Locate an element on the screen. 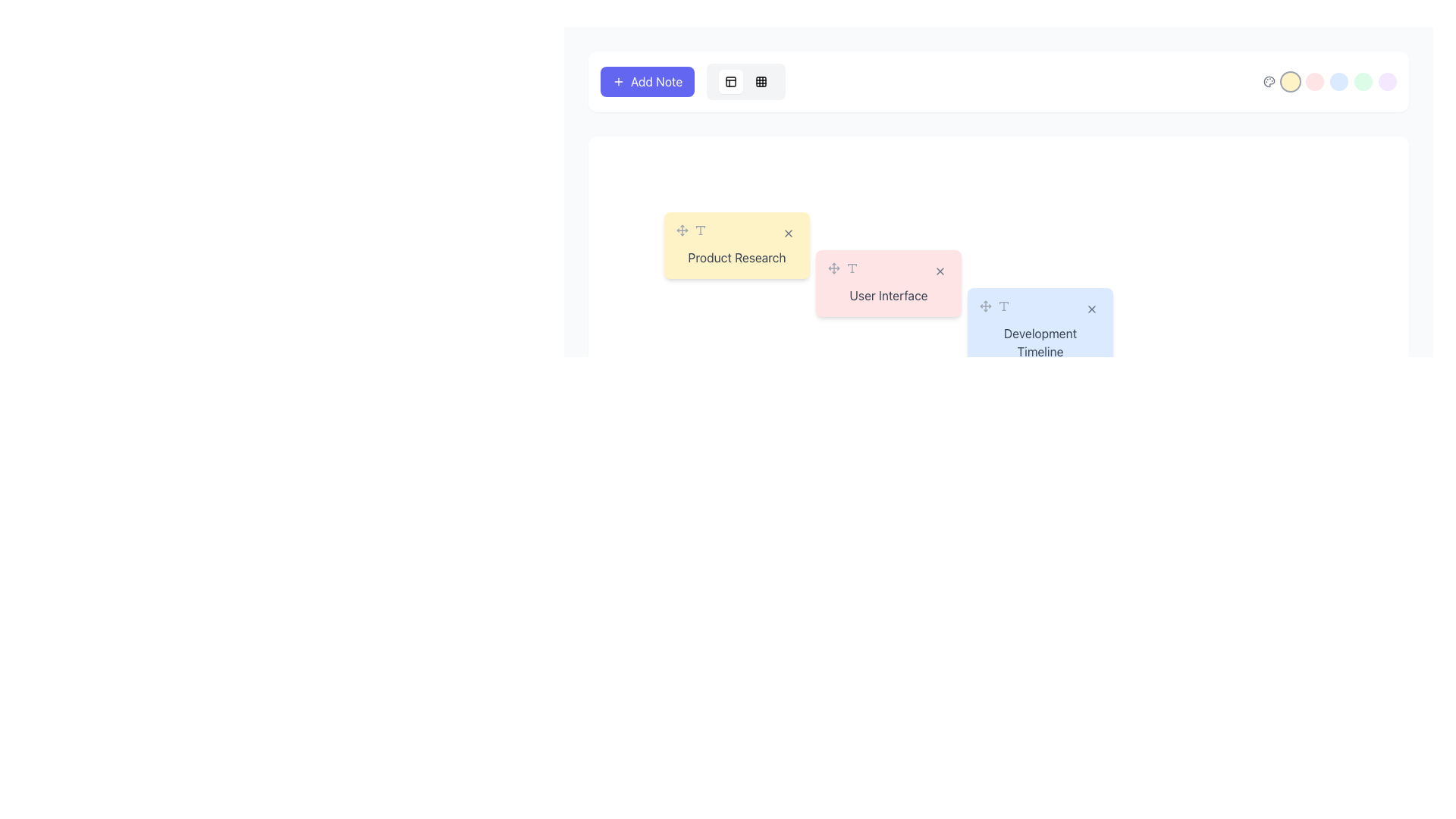 This screenshot has height=819, width=1456. the editable text label titled 'Development Timeline' is located at coordinates (1040, 342).